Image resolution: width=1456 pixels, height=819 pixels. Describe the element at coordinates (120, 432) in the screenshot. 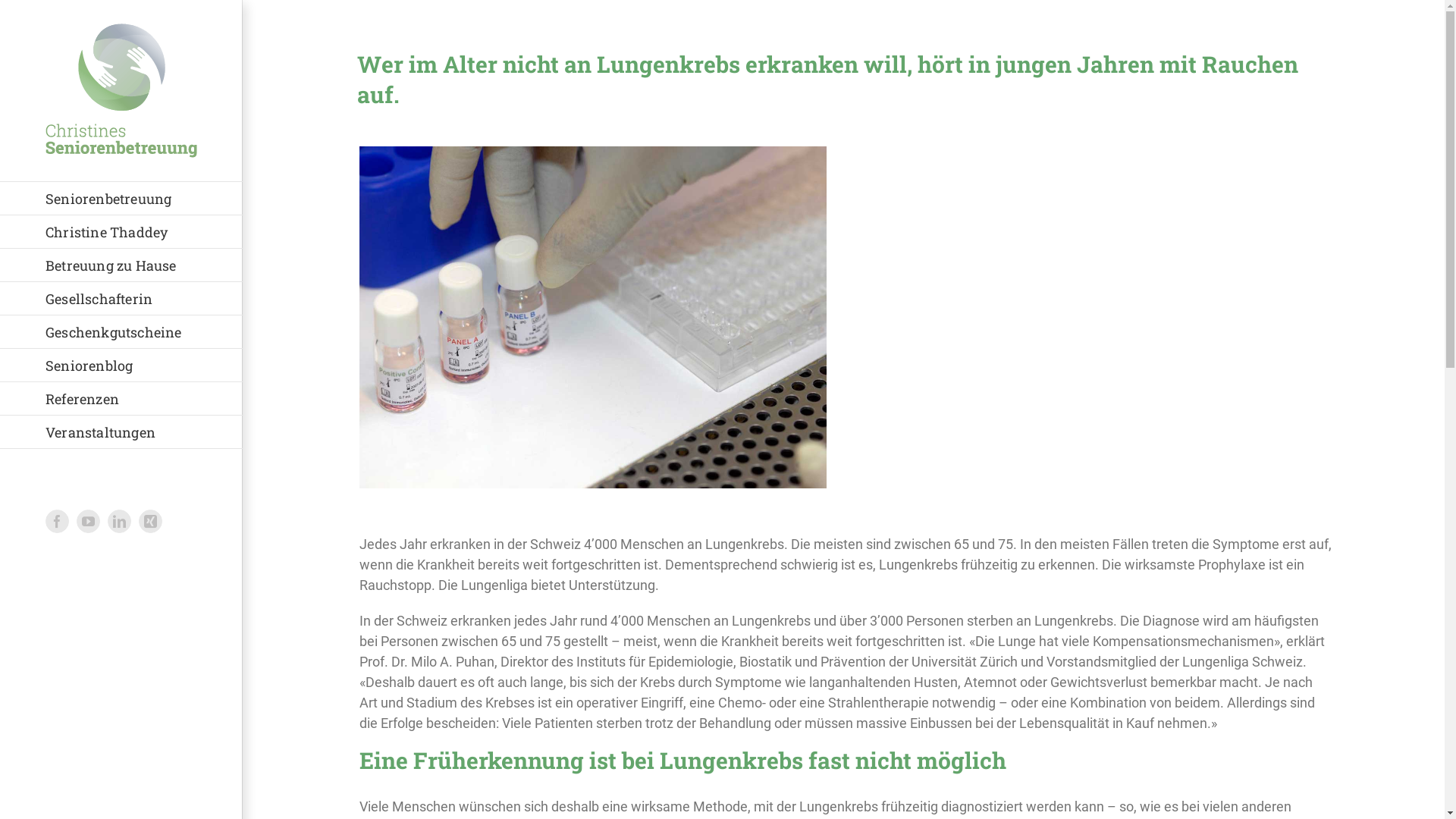

I see `'Veranstaltungen'` at that location.